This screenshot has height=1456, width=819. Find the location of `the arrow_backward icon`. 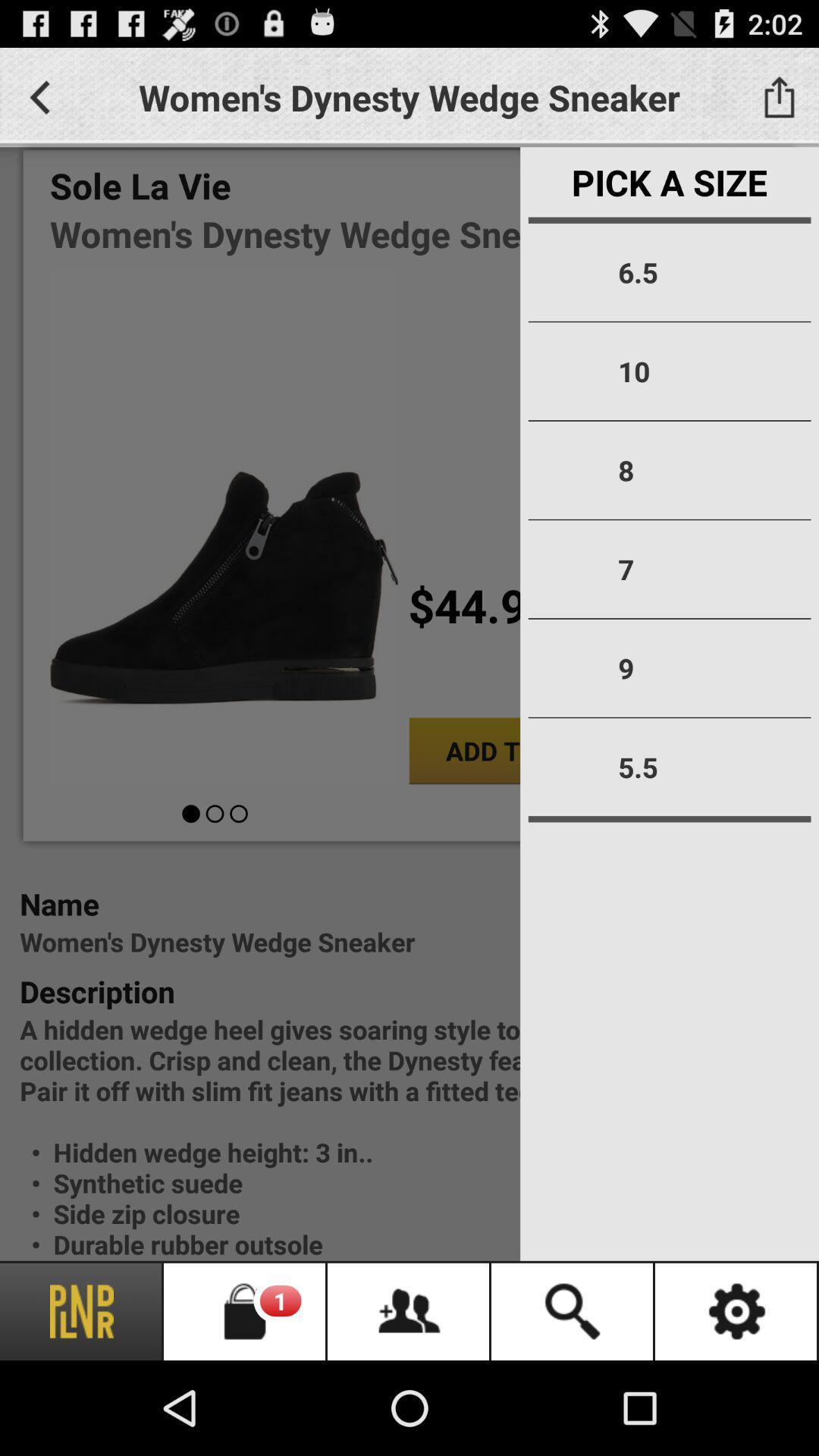

the arrow_backward icon is located at coordinates (39, 103).